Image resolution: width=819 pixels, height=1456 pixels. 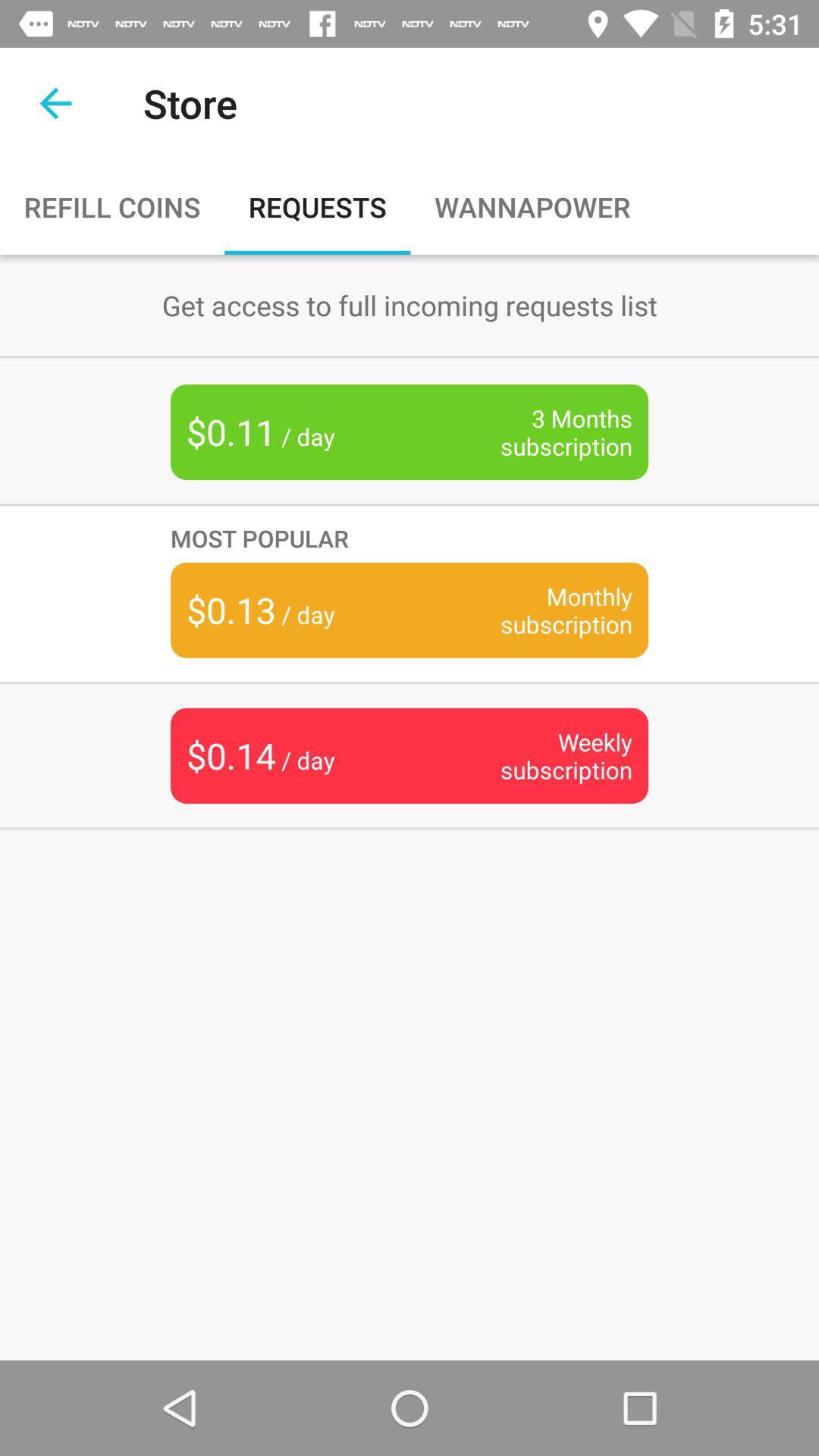 What do you see at coordinates (55, 102) in the screenshot?
I see `back arrow` at bounding box center [55, 102].